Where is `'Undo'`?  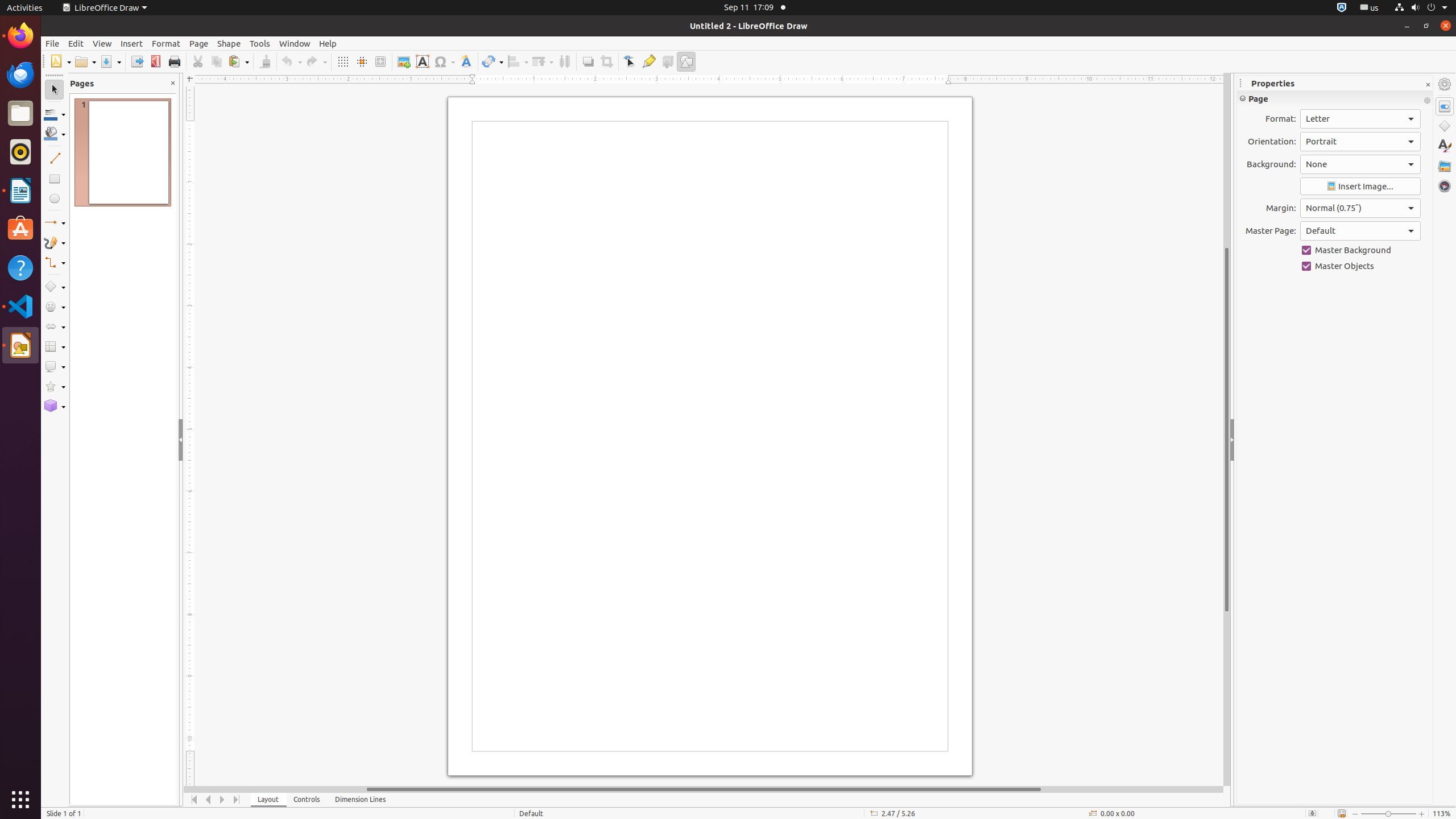
'Undo' is located at coordinates (291, 61).